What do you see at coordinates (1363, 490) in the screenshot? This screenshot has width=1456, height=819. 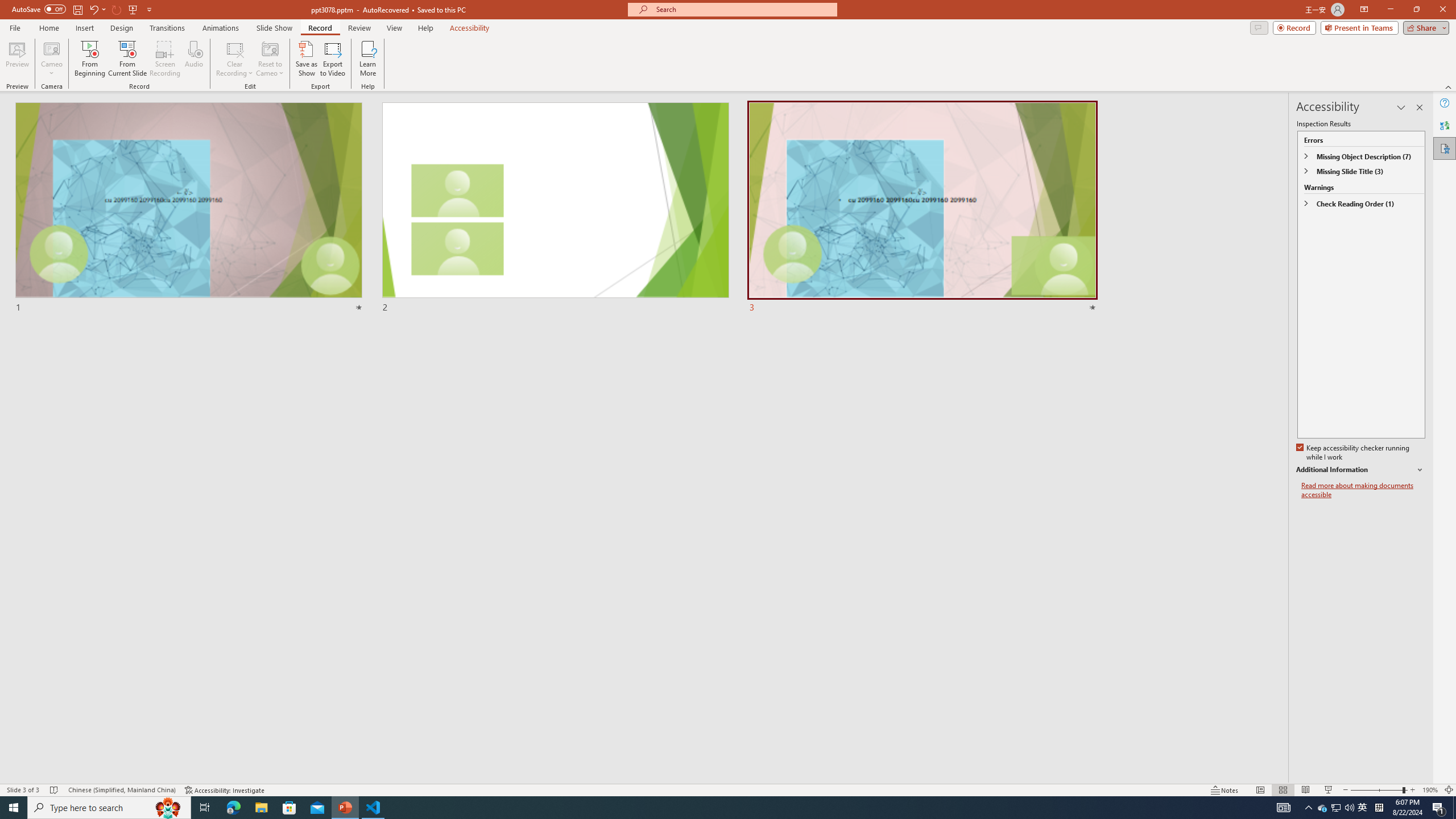 I see `'Read more about making documents accessible'` at bounding box center [1363, 490].